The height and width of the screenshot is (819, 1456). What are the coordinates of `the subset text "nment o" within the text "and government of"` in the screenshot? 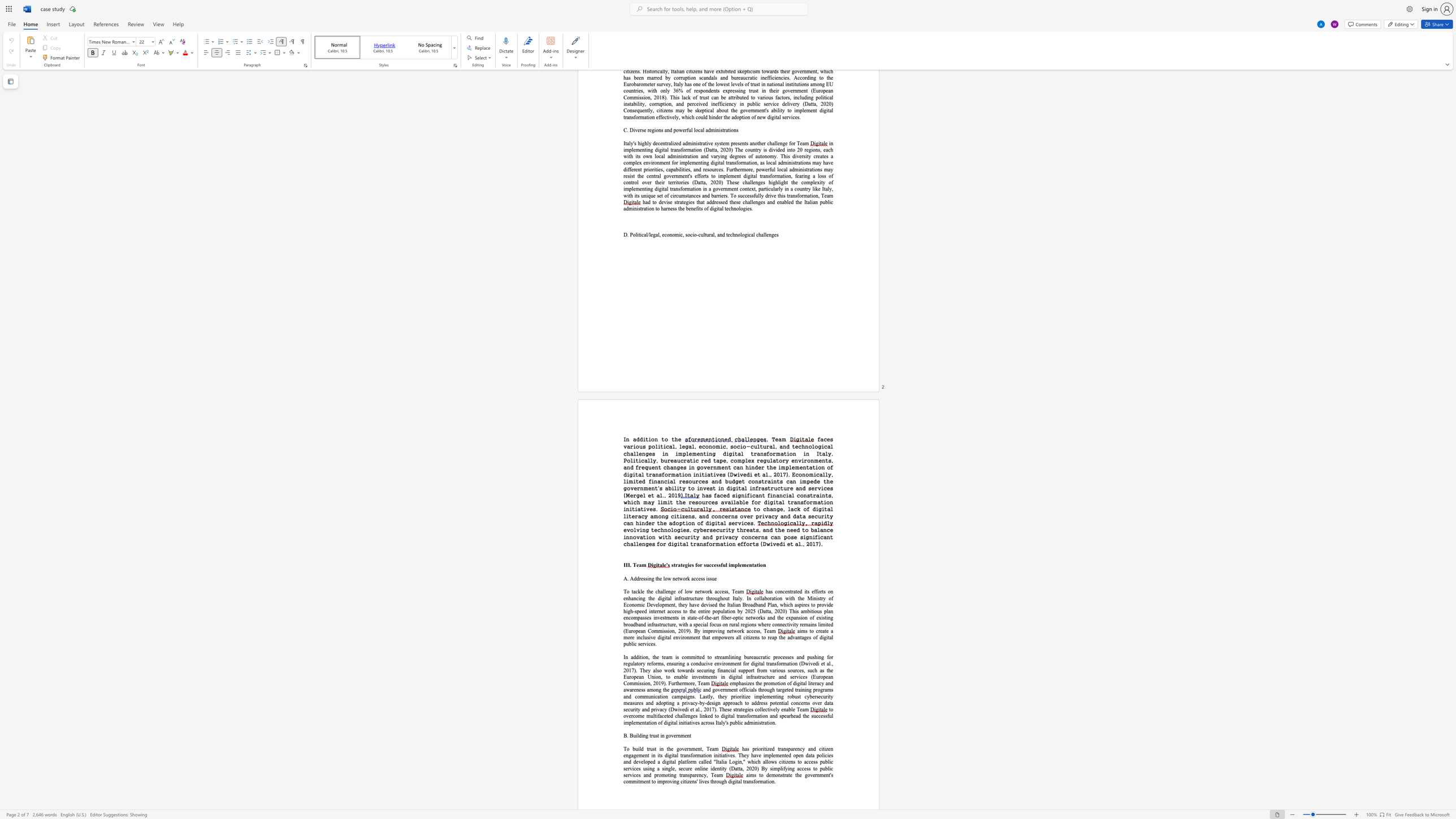 It's located at (723, 690).